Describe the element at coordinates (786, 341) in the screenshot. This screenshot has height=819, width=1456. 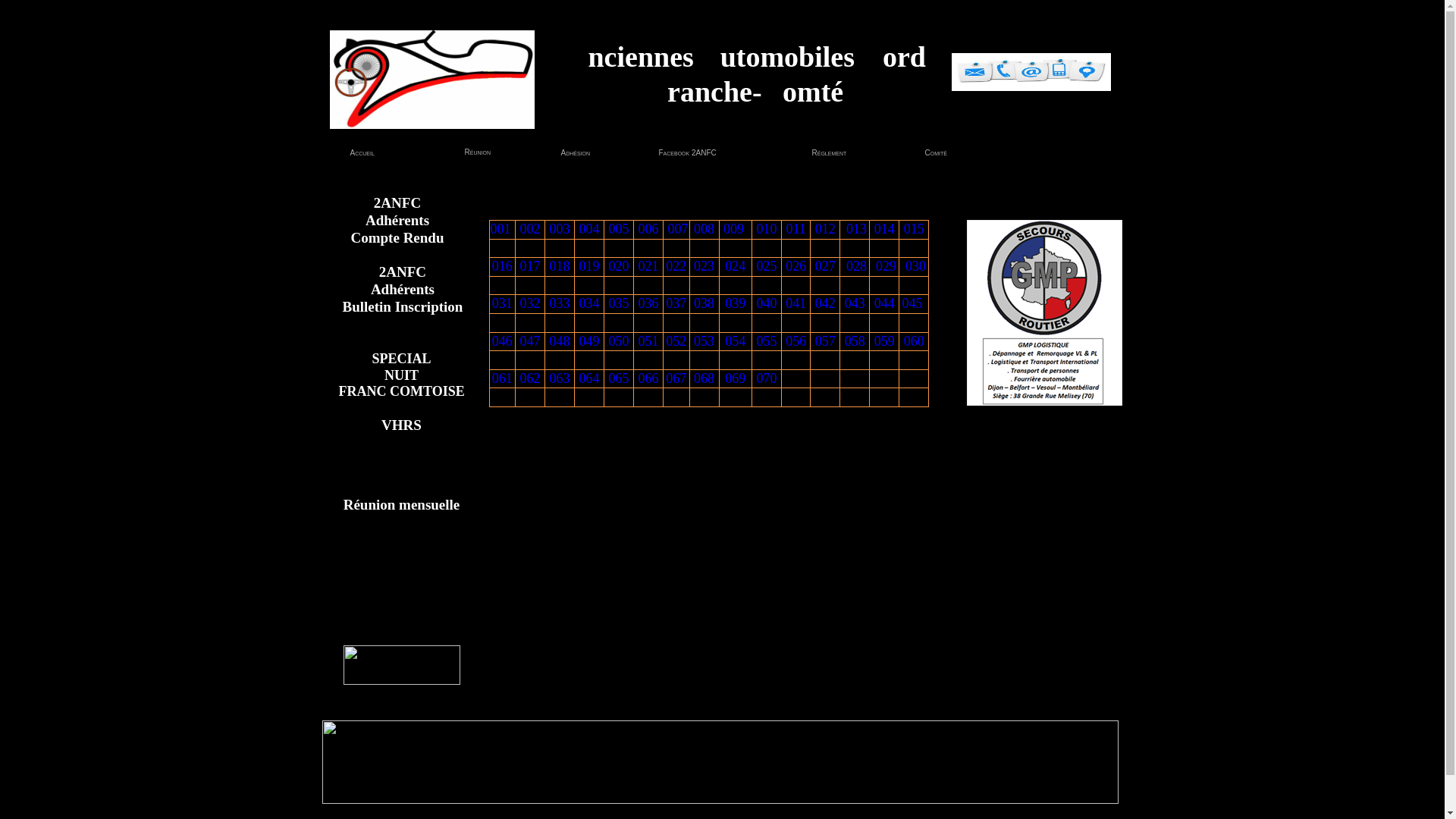
I see `'056'` at that location.